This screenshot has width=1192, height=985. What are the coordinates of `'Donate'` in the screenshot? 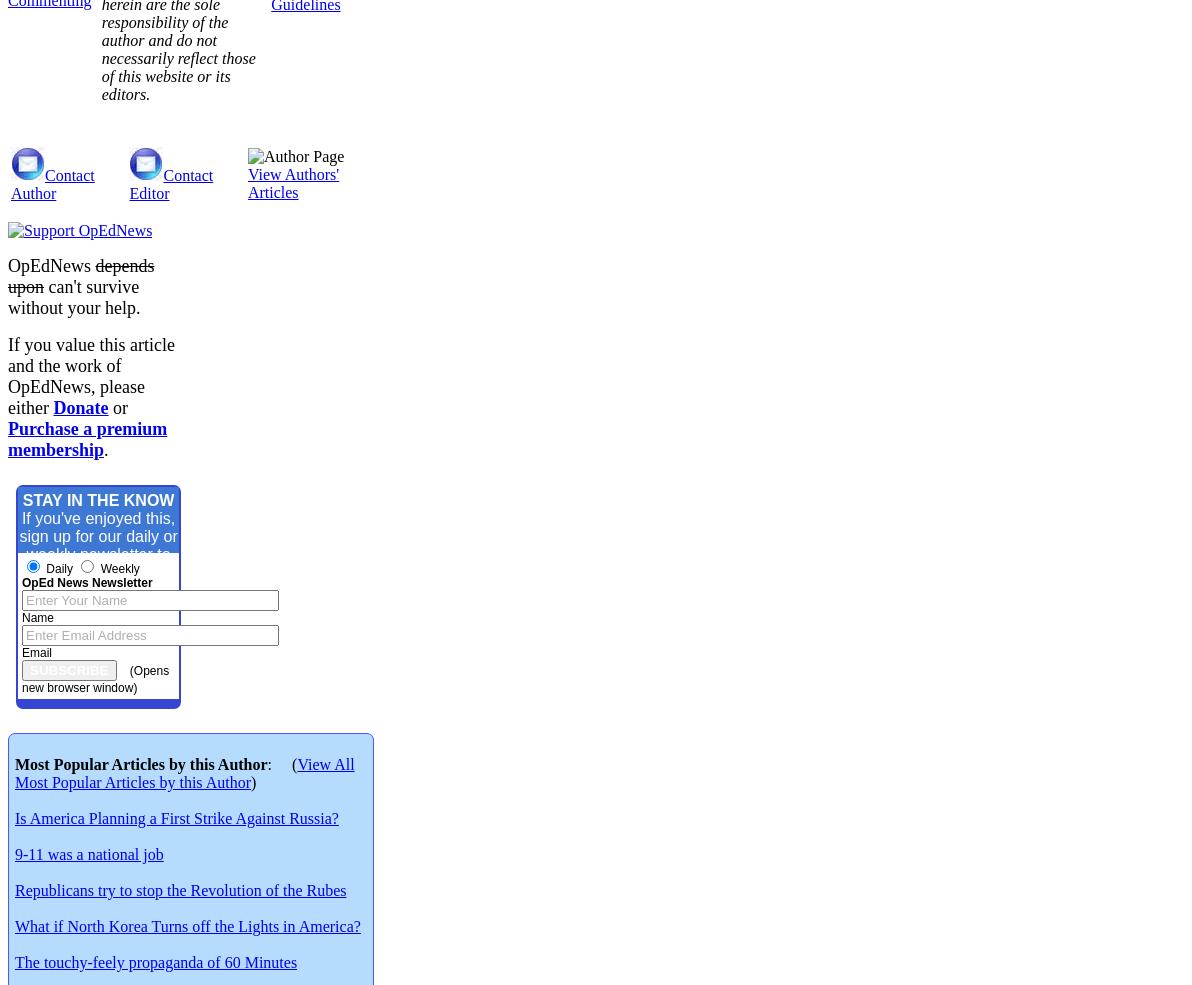 It's located at (52, 406).